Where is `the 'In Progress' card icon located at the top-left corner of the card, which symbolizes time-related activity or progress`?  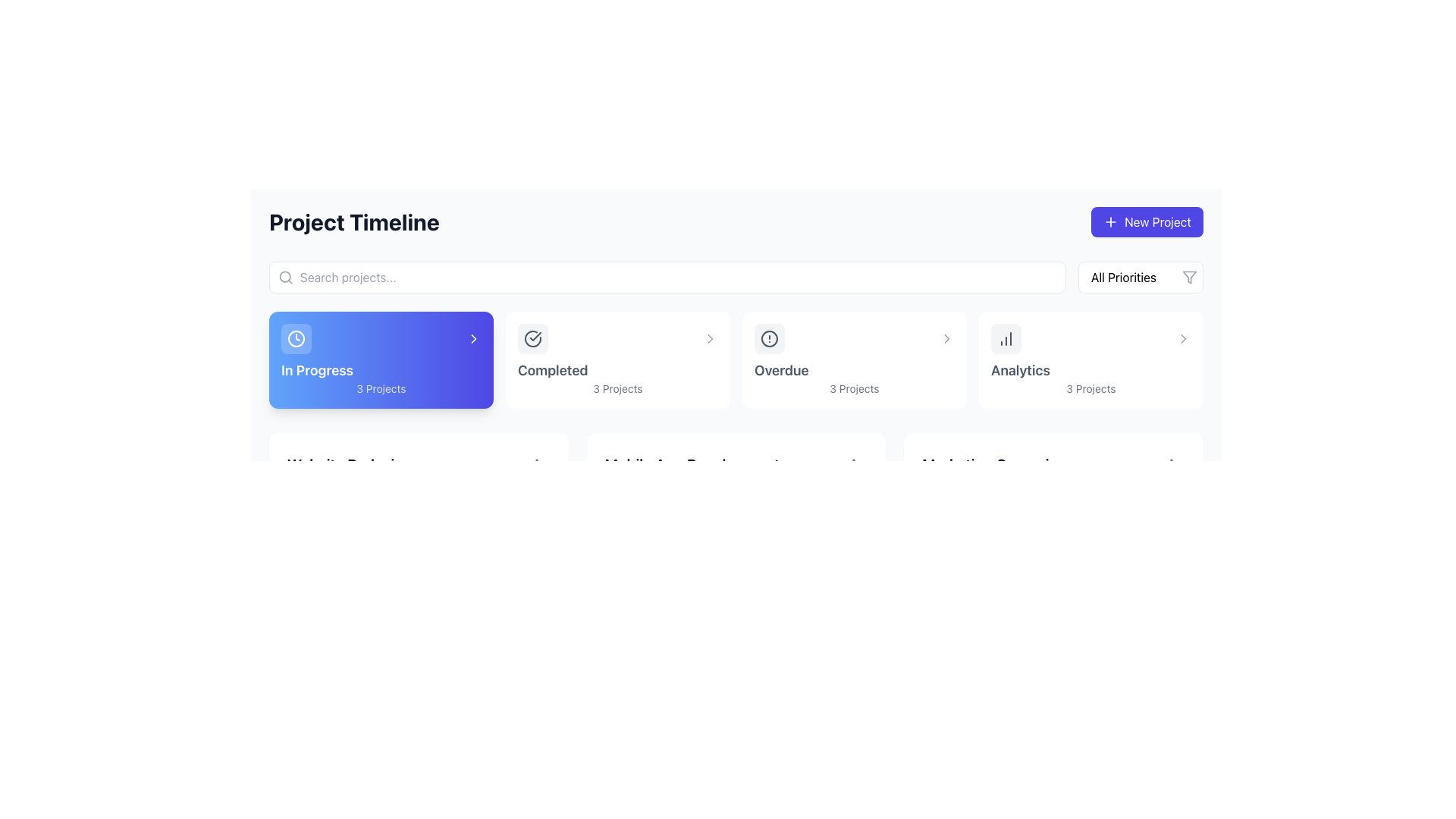
the 'In Progress' card icon located at the top-left corner of the card, which symbolizes time-related activity or progress is located at coordinates (296, 338).